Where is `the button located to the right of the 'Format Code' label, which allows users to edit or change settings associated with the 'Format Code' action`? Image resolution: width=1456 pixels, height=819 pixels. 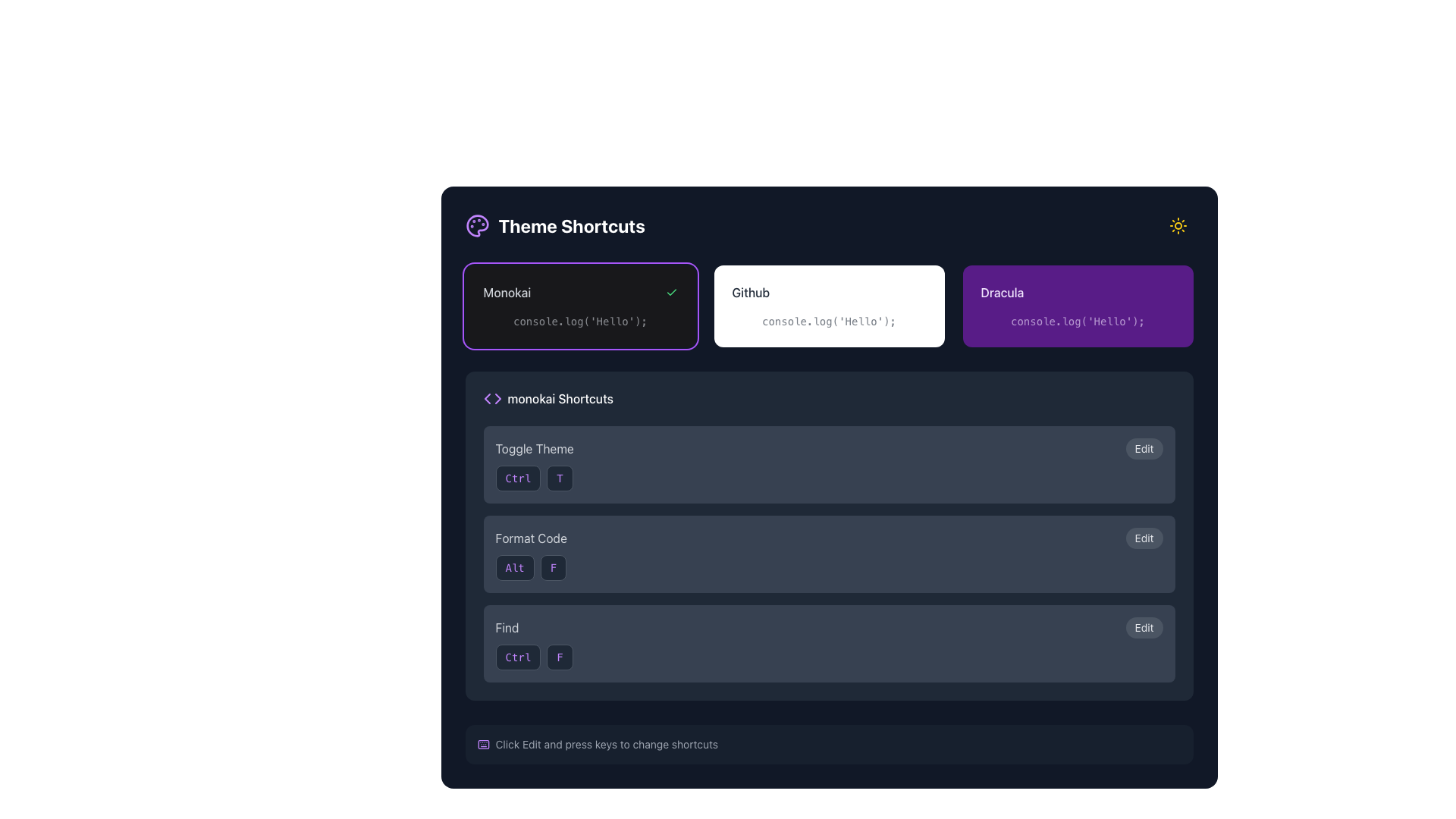 the button located to the right of the 'Format Code' label, which allows users to edit or change settings associated with the 'Format Code' action is located at coordinates (1144, 537).